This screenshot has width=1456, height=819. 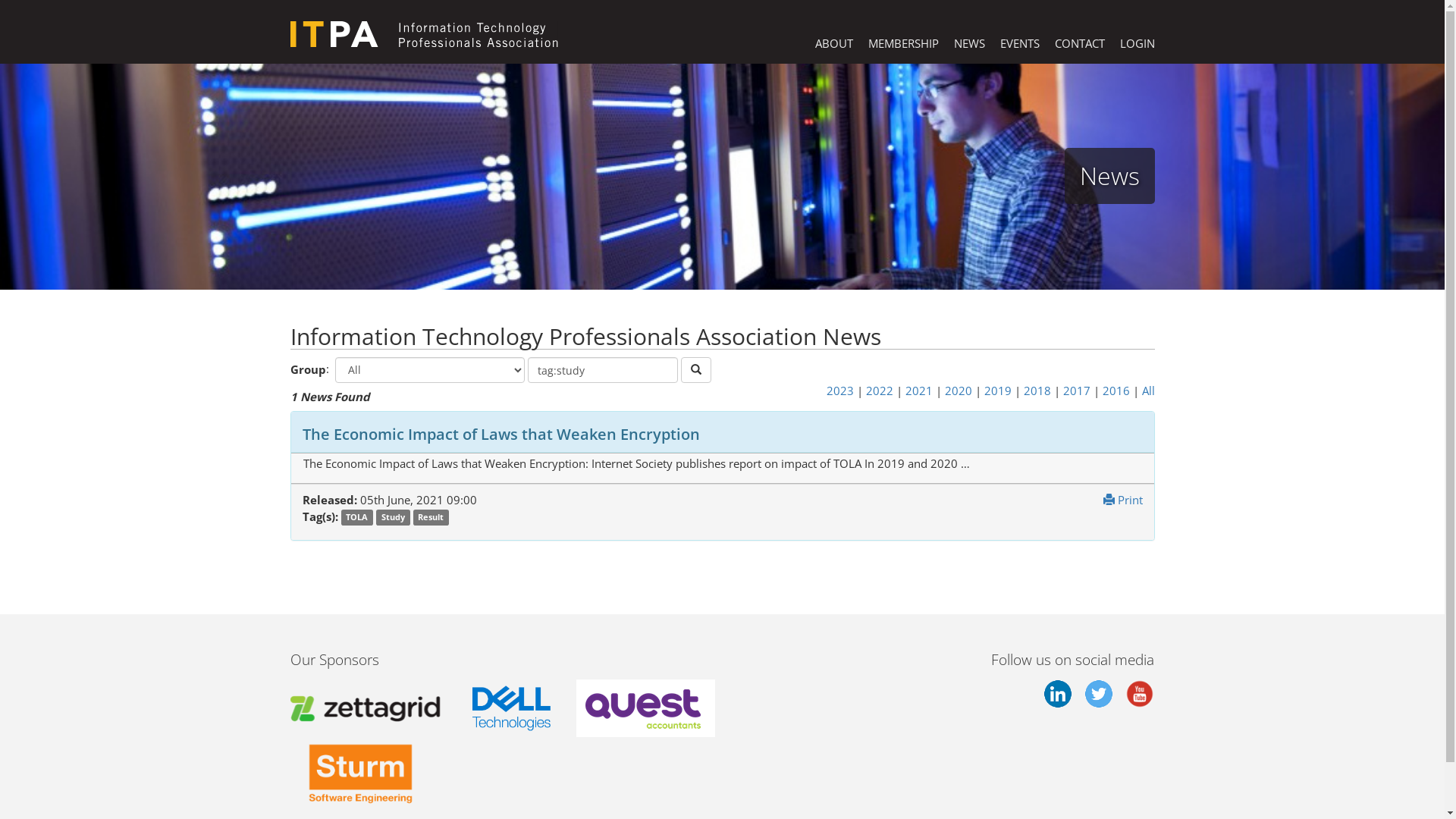 I want to click on 'Quest Accountants', so click(x=645, y=708).